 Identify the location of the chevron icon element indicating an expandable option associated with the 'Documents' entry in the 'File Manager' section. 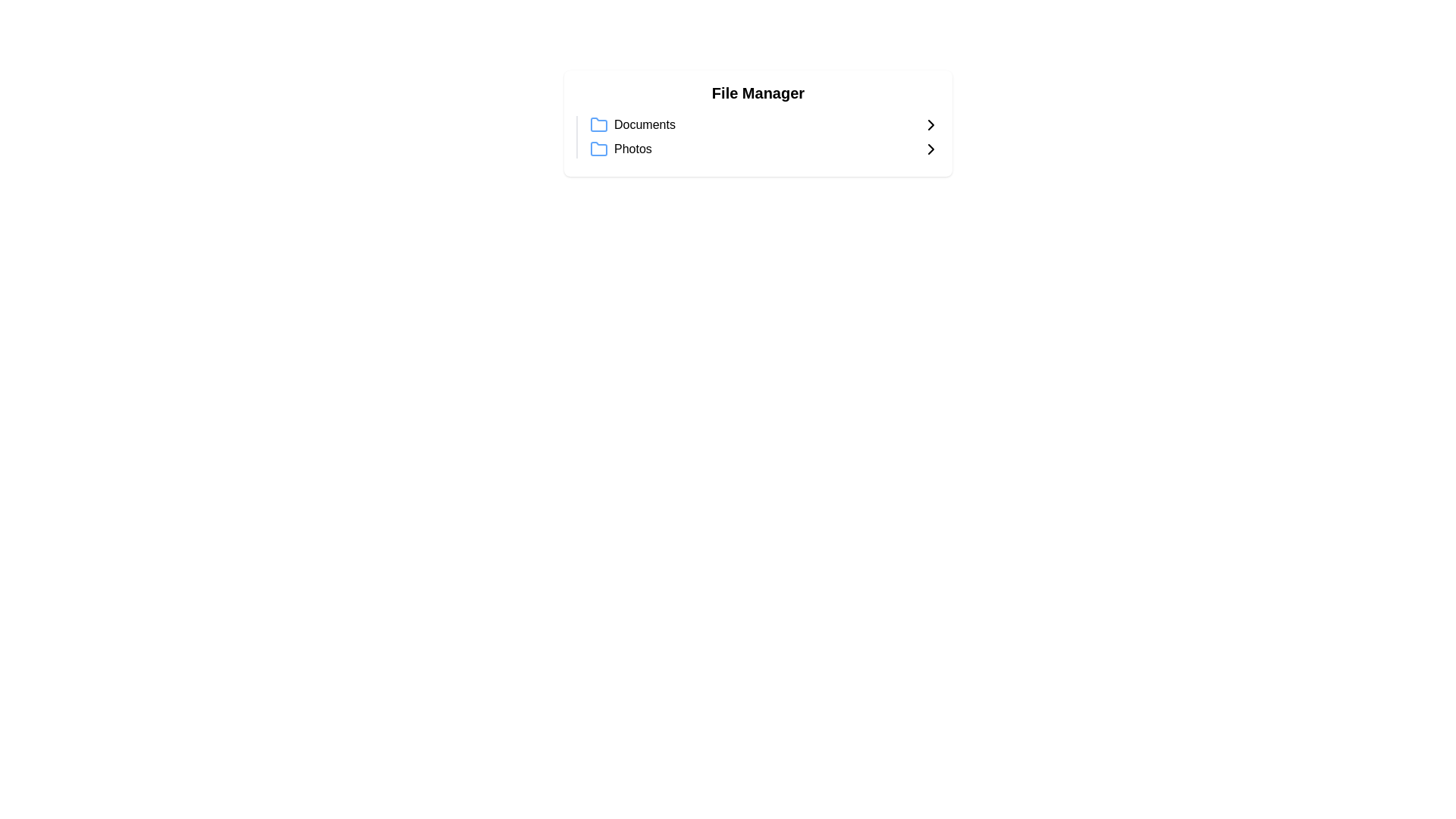
(930, 124).